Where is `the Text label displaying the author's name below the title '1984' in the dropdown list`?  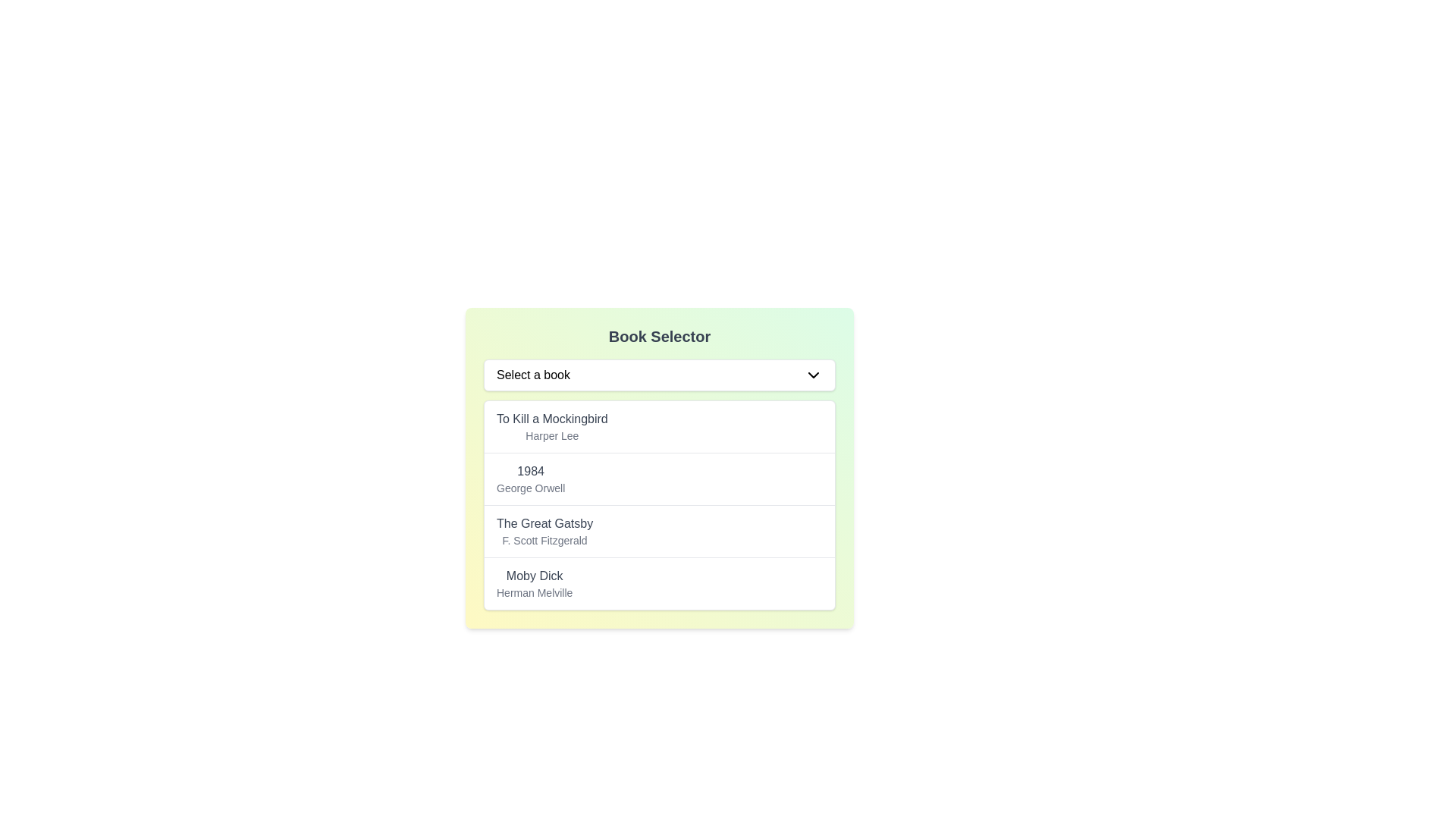
the Text label displaying the author's name below the title '1984' in the dropdown list is located at coordinates (531, 488).